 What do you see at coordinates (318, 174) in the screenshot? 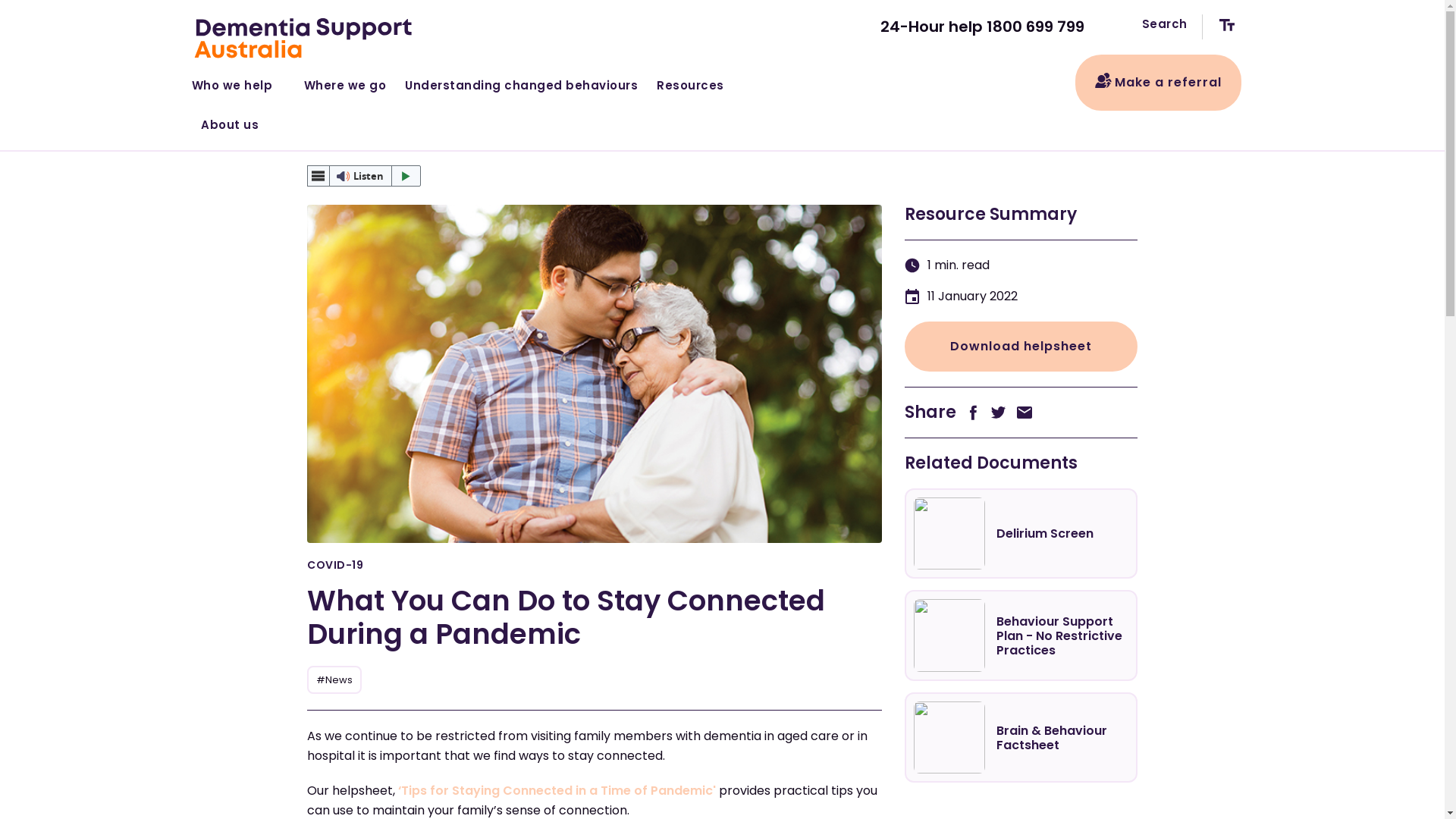
I see `'webReader menu'` at bounding box center [318, 174].